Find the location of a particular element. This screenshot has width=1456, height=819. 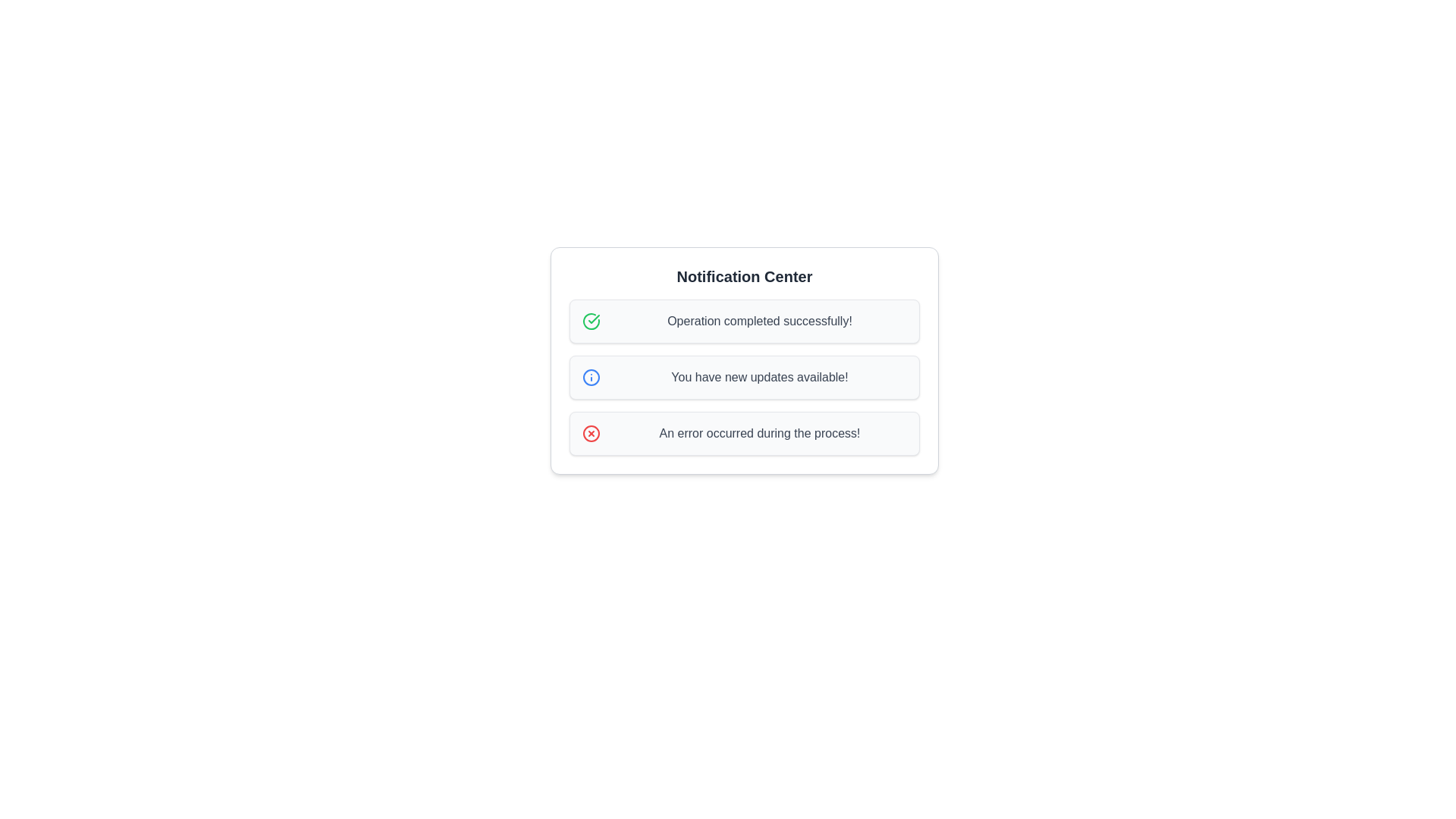

error message displayed in the Notification box located in the Notification Center, which is the third item in the list, positioned between the notifications 'You have new updates available!' and the next notification is located at coordinates (745, 433).